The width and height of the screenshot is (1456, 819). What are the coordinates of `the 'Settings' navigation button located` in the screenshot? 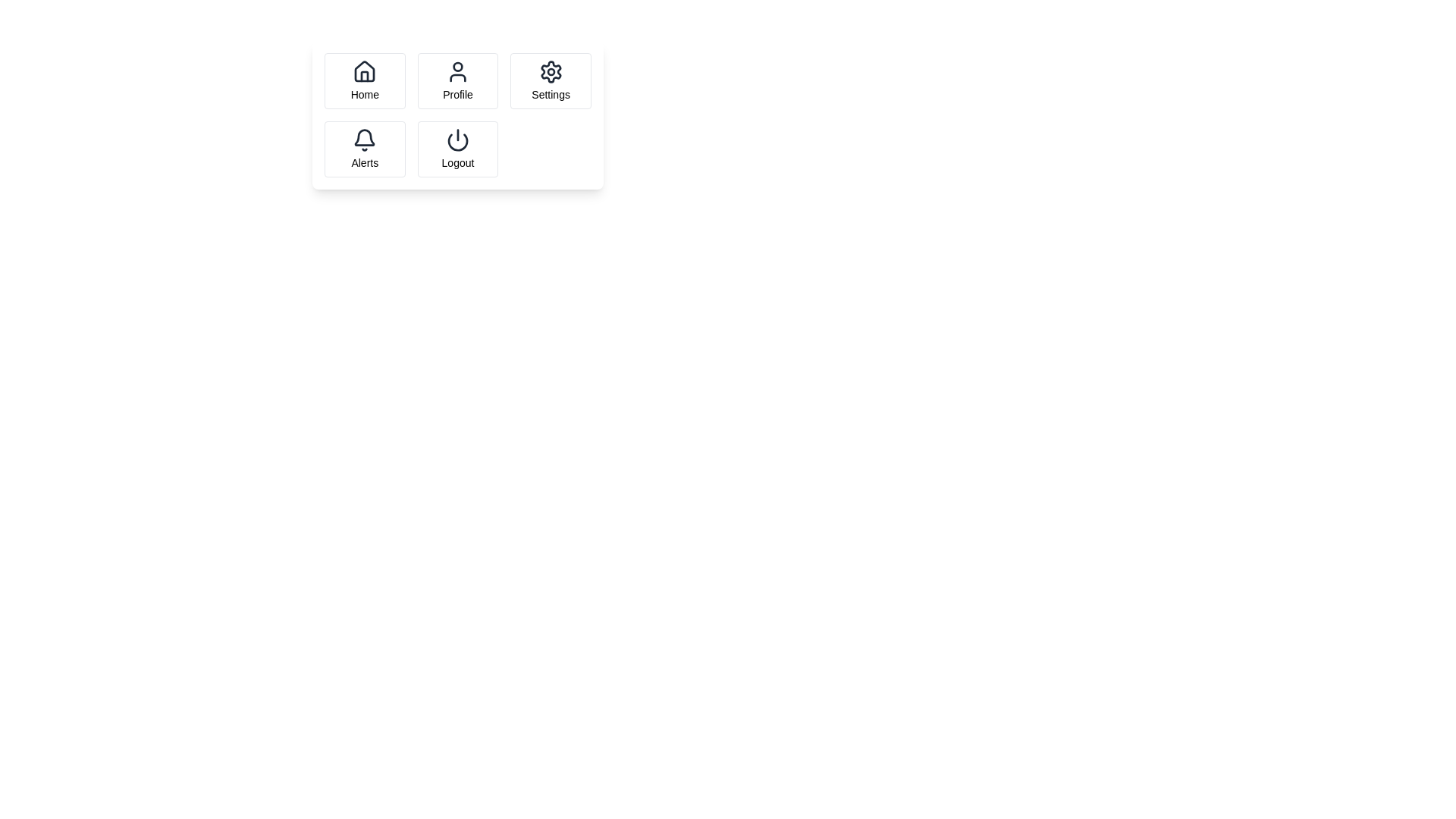 It's located at (550, 81).